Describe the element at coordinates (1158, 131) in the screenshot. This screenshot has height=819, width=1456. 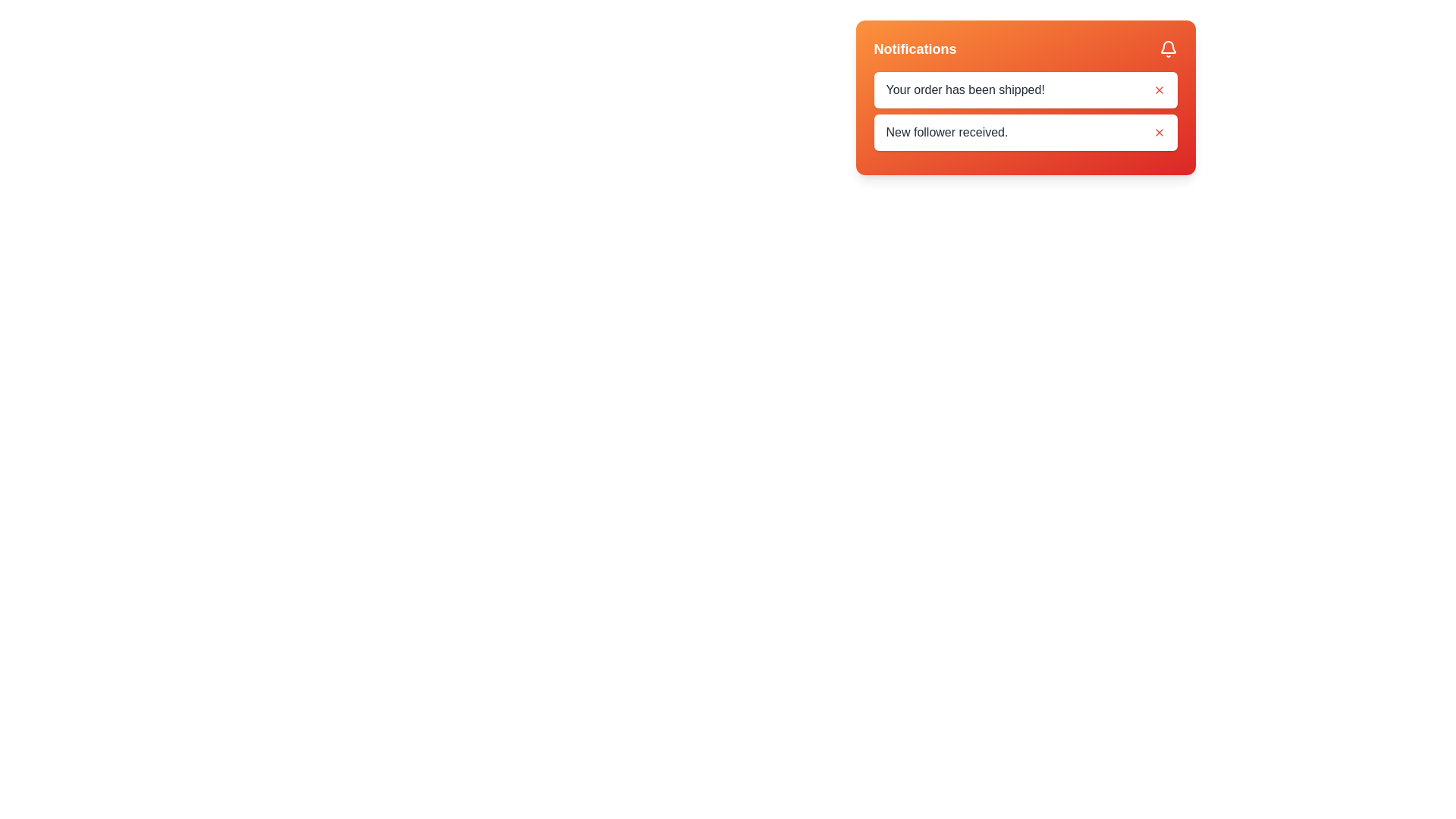
I see `the dismiss button located in the bottom-right corner of the notification card associated with the 'New follower received.' notification` at that location.